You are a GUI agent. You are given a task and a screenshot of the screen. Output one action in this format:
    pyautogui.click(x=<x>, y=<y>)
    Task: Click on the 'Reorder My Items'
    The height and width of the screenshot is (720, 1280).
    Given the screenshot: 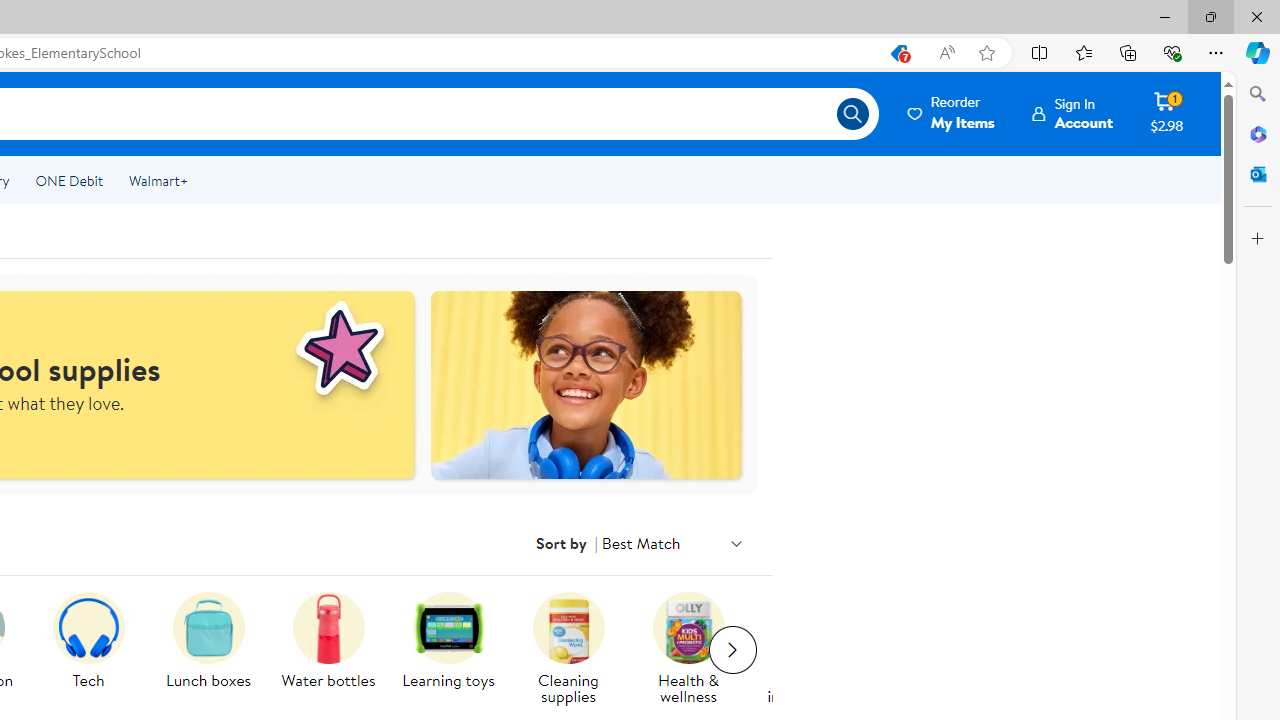 What is the action you would take?
    pyautogui.click(x=951, y=113)
    